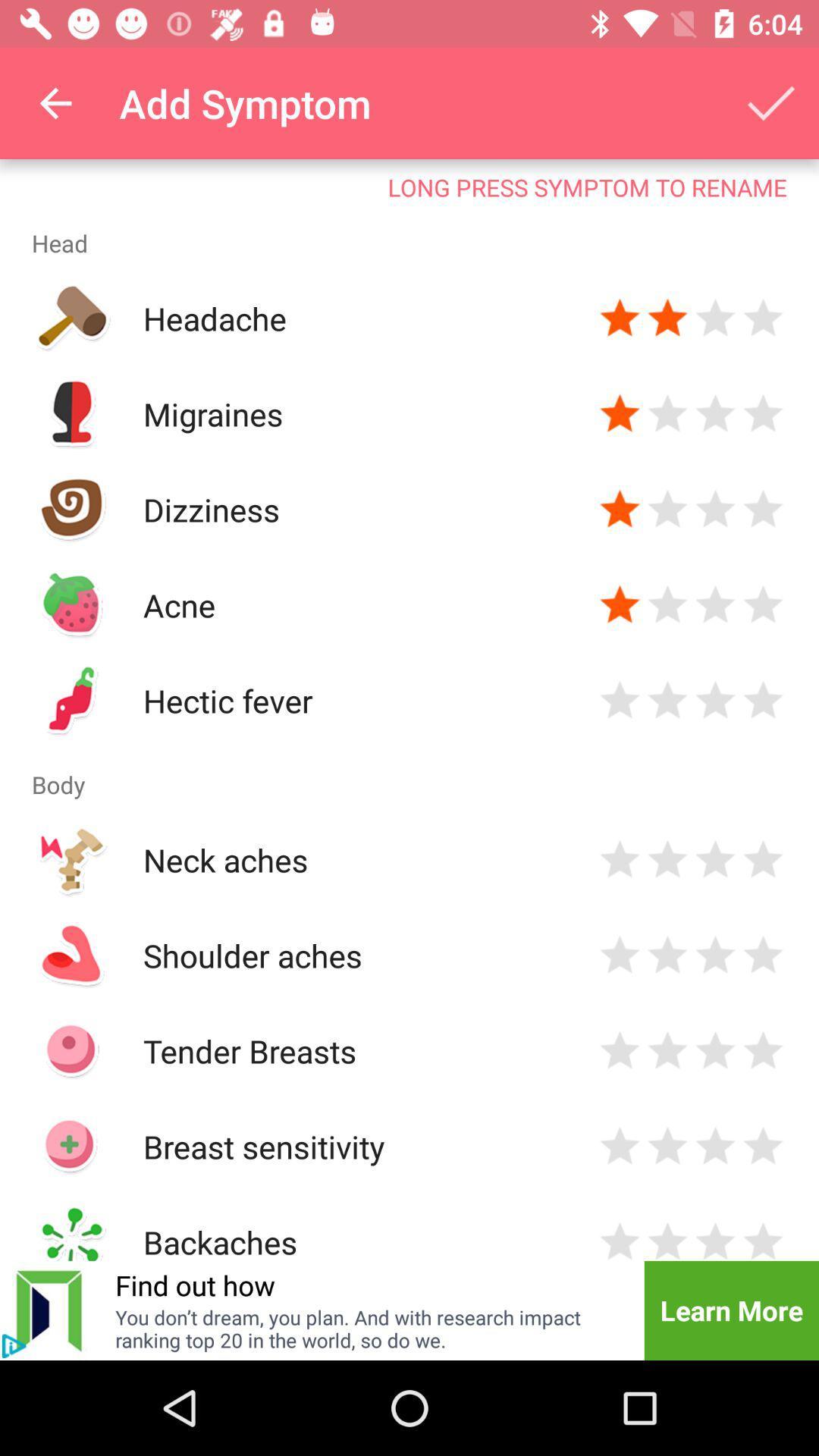  Describe the element at coordinates (667, 1239) in the screenshot. I see `indicate severity of symptom` at that location.